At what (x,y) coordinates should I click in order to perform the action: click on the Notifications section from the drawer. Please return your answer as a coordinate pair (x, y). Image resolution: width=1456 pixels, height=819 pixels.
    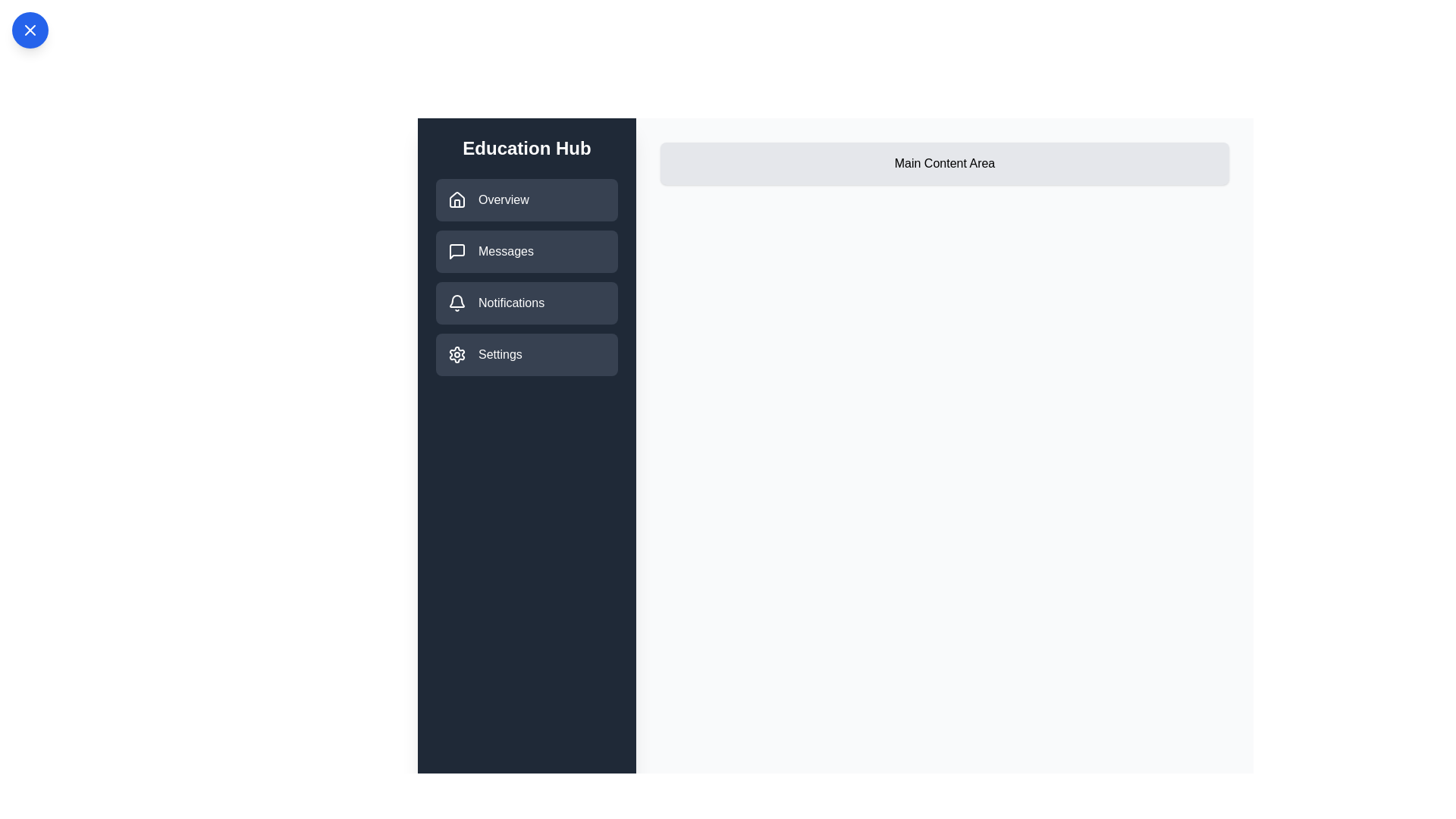
    Looking at the image, I should click on (527, 303).